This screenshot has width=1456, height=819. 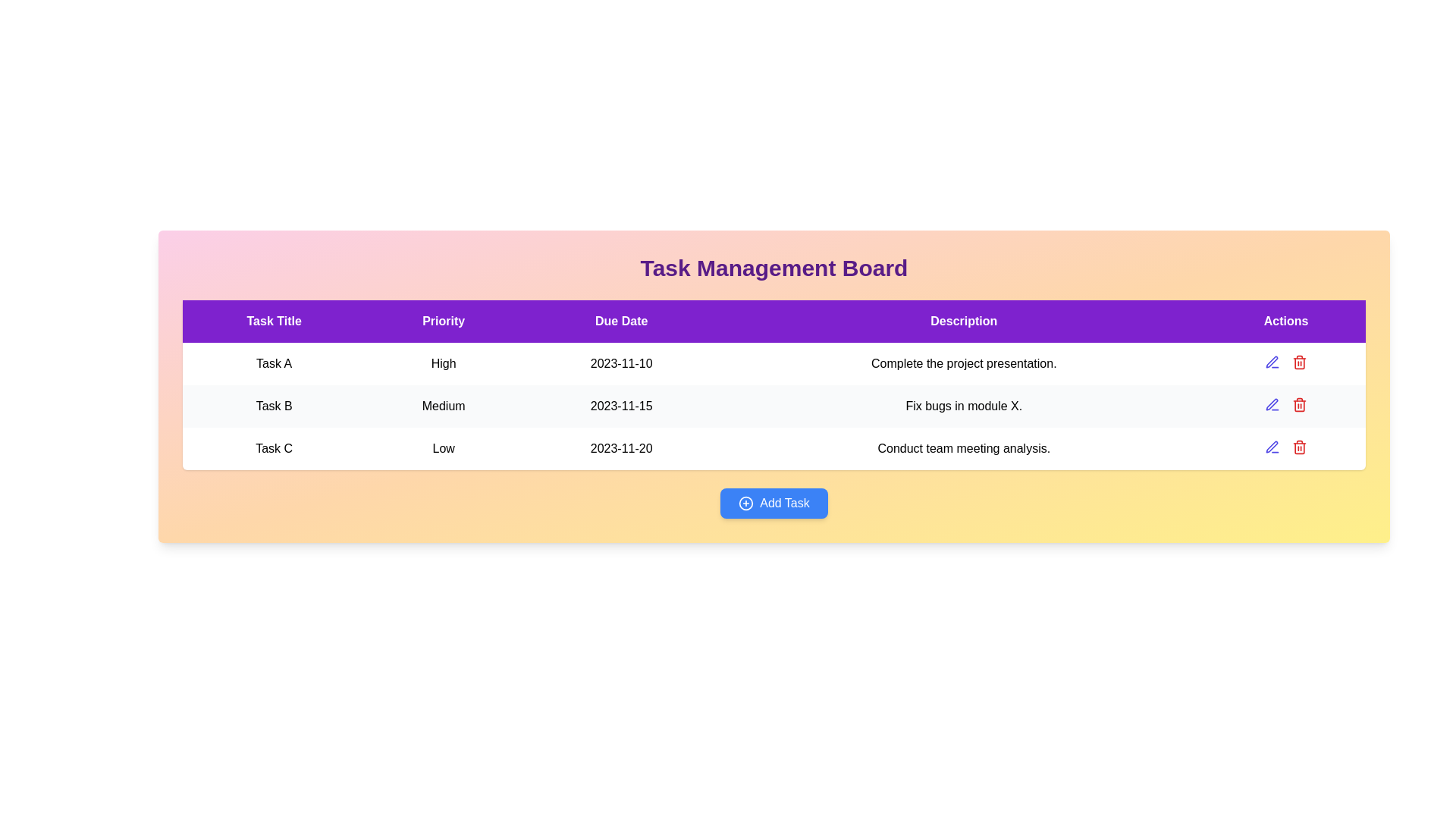 What do you see at coordinates (443, 363) in the screenshot?
I see `the Text Label displaying 'High' in black, which is located in the second column of the first row under the 'Priority' header in the task details table` at bounding box center [443, 363].